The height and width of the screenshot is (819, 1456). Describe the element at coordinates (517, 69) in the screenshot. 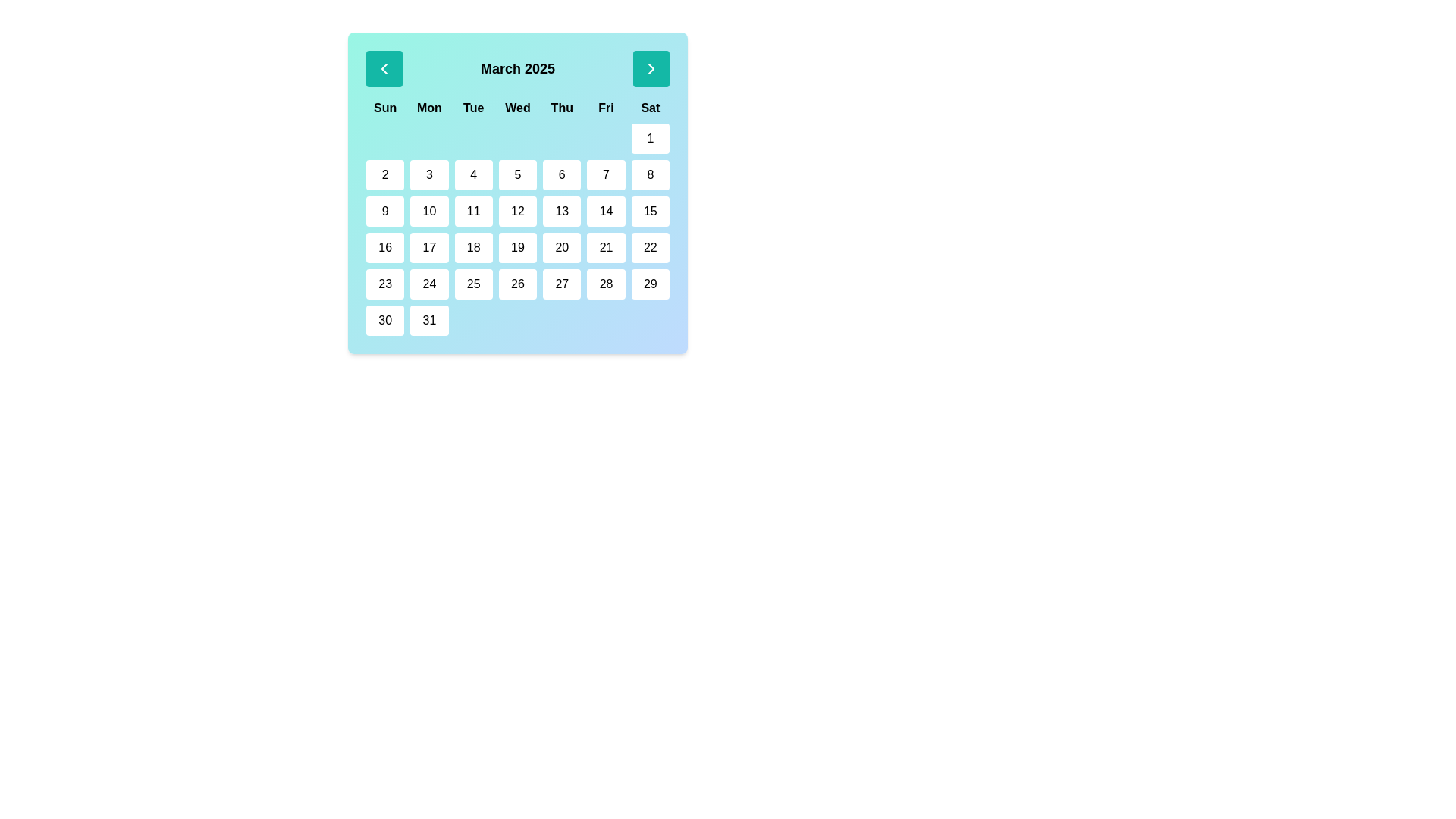

I see `the header displaying 'March 2025' with interactive navigation buttons on either side, located at the top center of the calendar widget` at that location.